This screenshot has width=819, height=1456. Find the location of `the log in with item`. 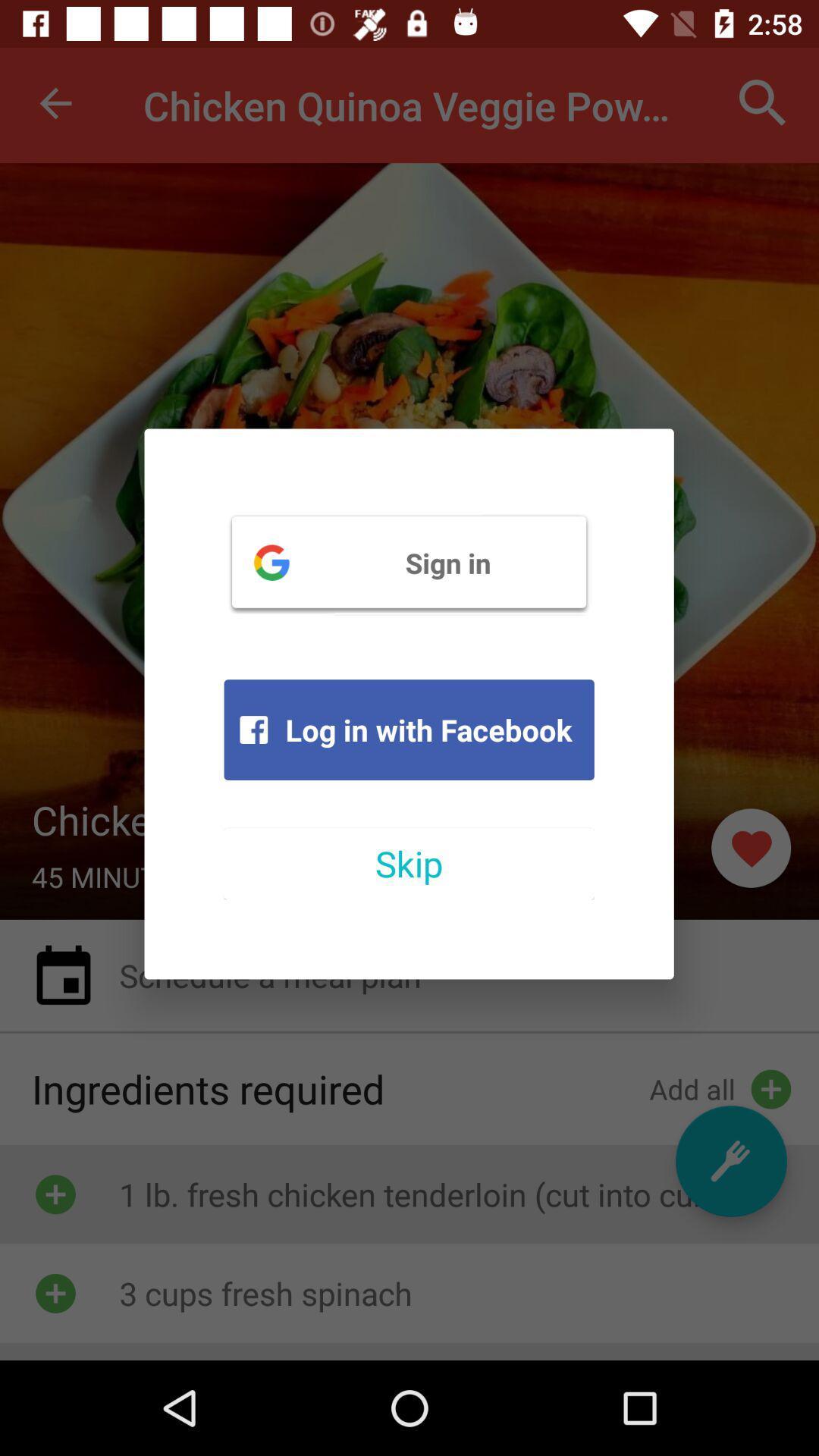

the log in with item is located at coordinates (408, 730).